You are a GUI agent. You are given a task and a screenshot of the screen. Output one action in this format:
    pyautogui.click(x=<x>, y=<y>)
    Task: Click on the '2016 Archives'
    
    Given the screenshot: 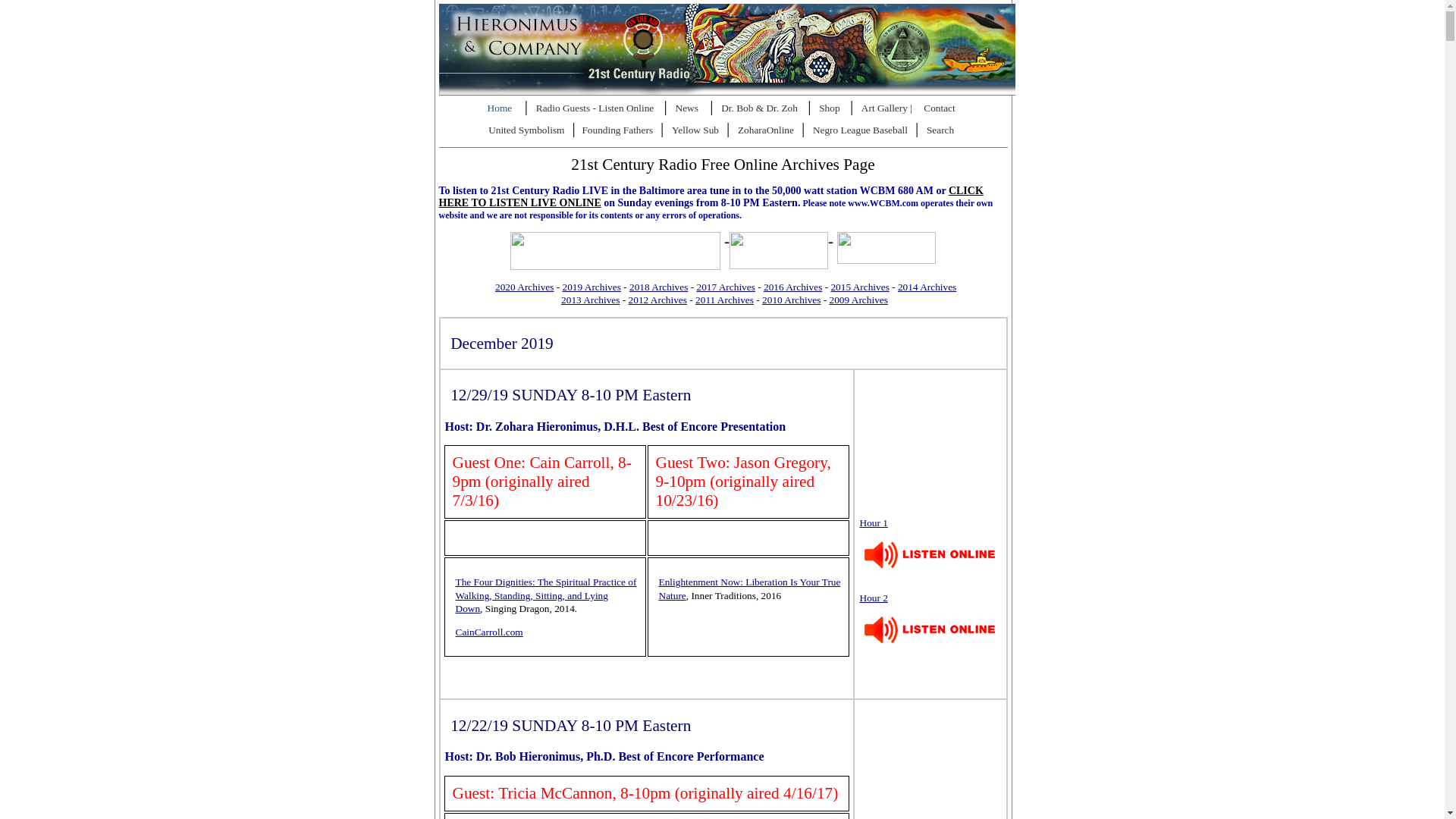 What is the action you would take?
    pyautogui.click(x=792, y=287)
    